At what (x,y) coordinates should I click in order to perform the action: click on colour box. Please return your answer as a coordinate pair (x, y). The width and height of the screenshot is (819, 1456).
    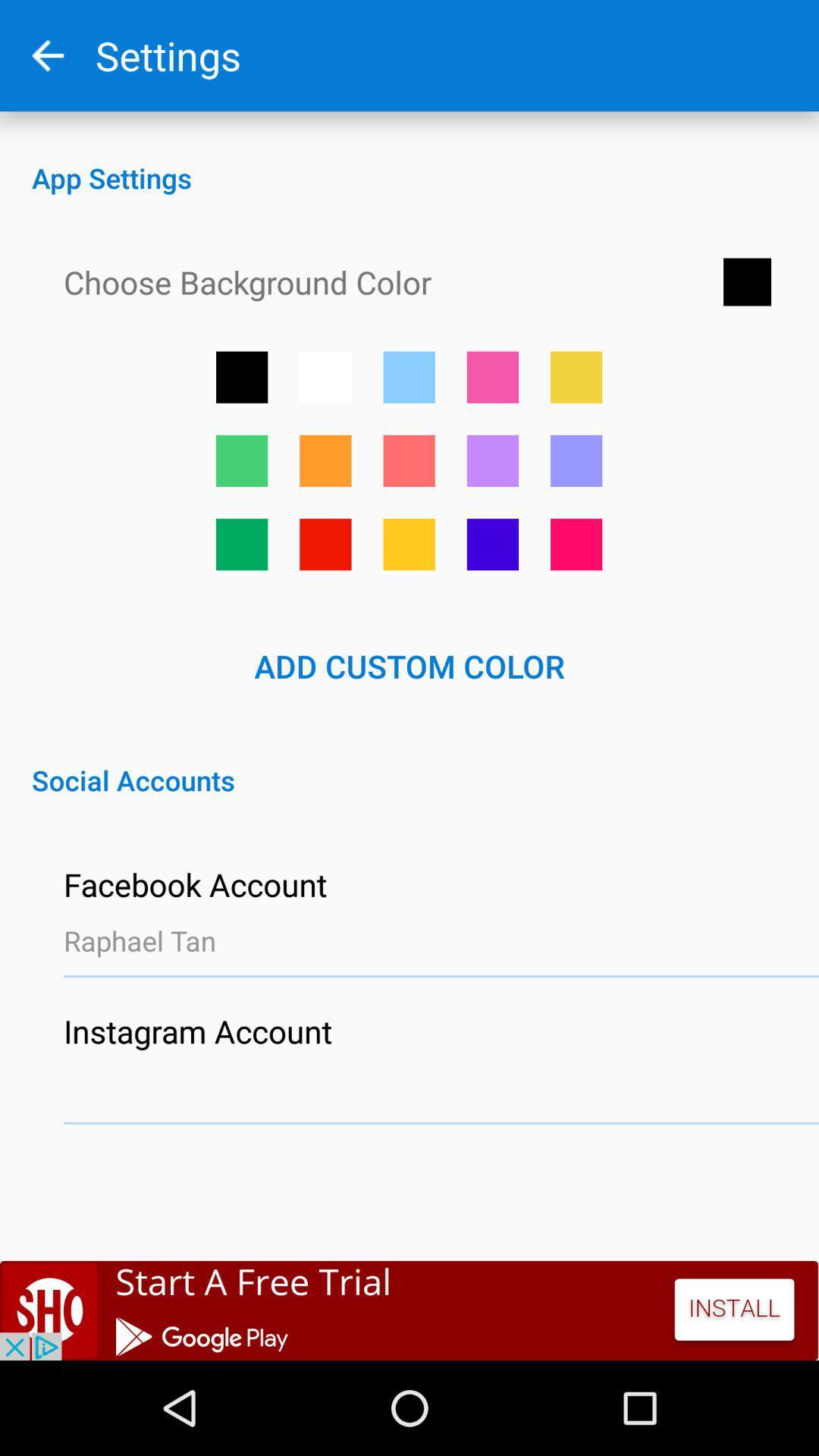
    Looking at the image, I should click on (576, 377).